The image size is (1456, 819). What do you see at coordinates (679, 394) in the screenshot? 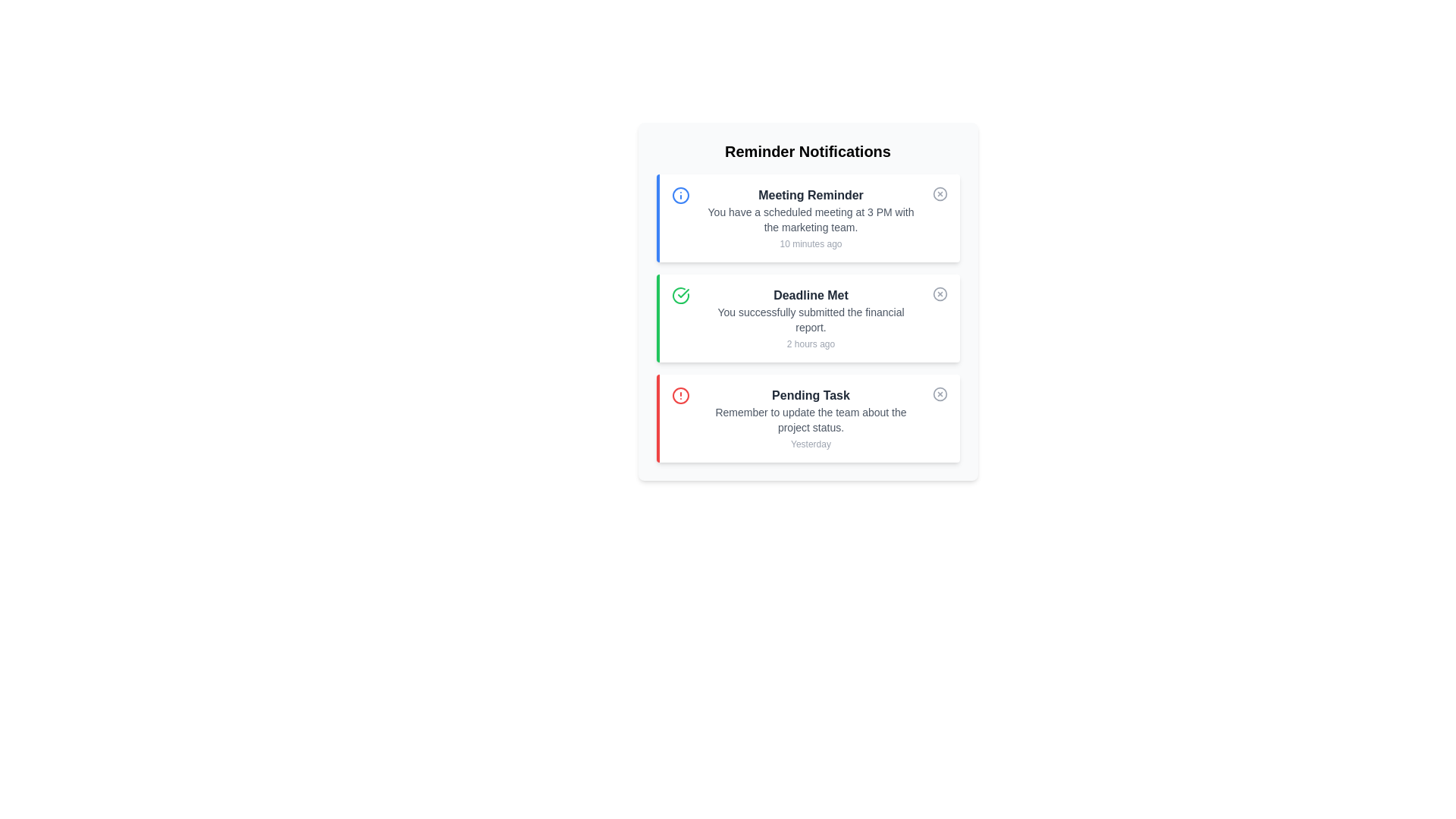
I see `the red circular border of the warning icon associated with the 'Pending Task' notification in the 'Reminder Notifications' section` at bounding box center [679, 394].